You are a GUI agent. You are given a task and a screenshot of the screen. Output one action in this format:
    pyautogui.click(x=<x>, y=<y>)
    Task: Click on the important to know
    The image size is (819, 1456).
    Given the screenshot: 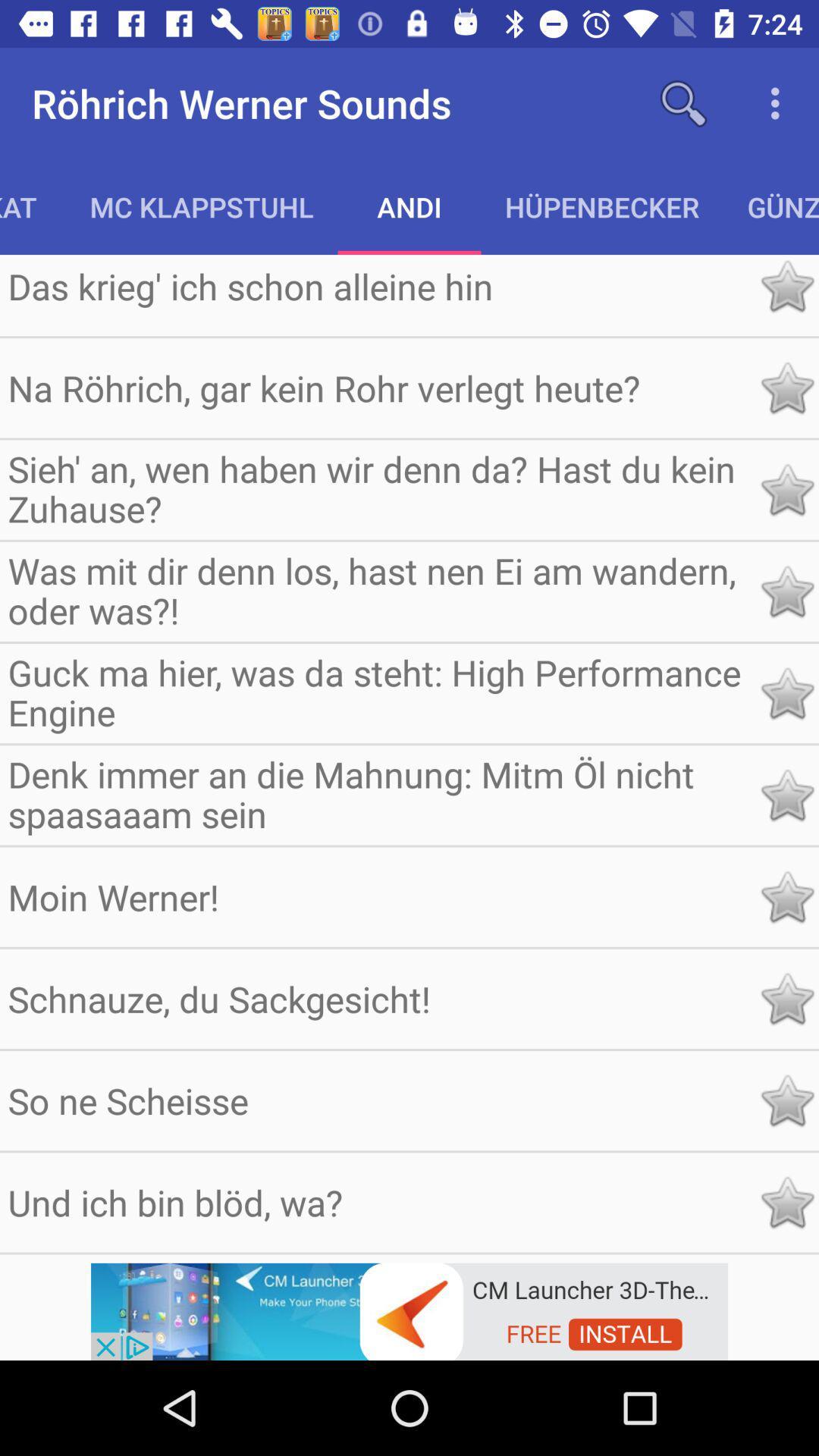 What is the action you would take?
    pyautogui.click(x=786, y=794)
    